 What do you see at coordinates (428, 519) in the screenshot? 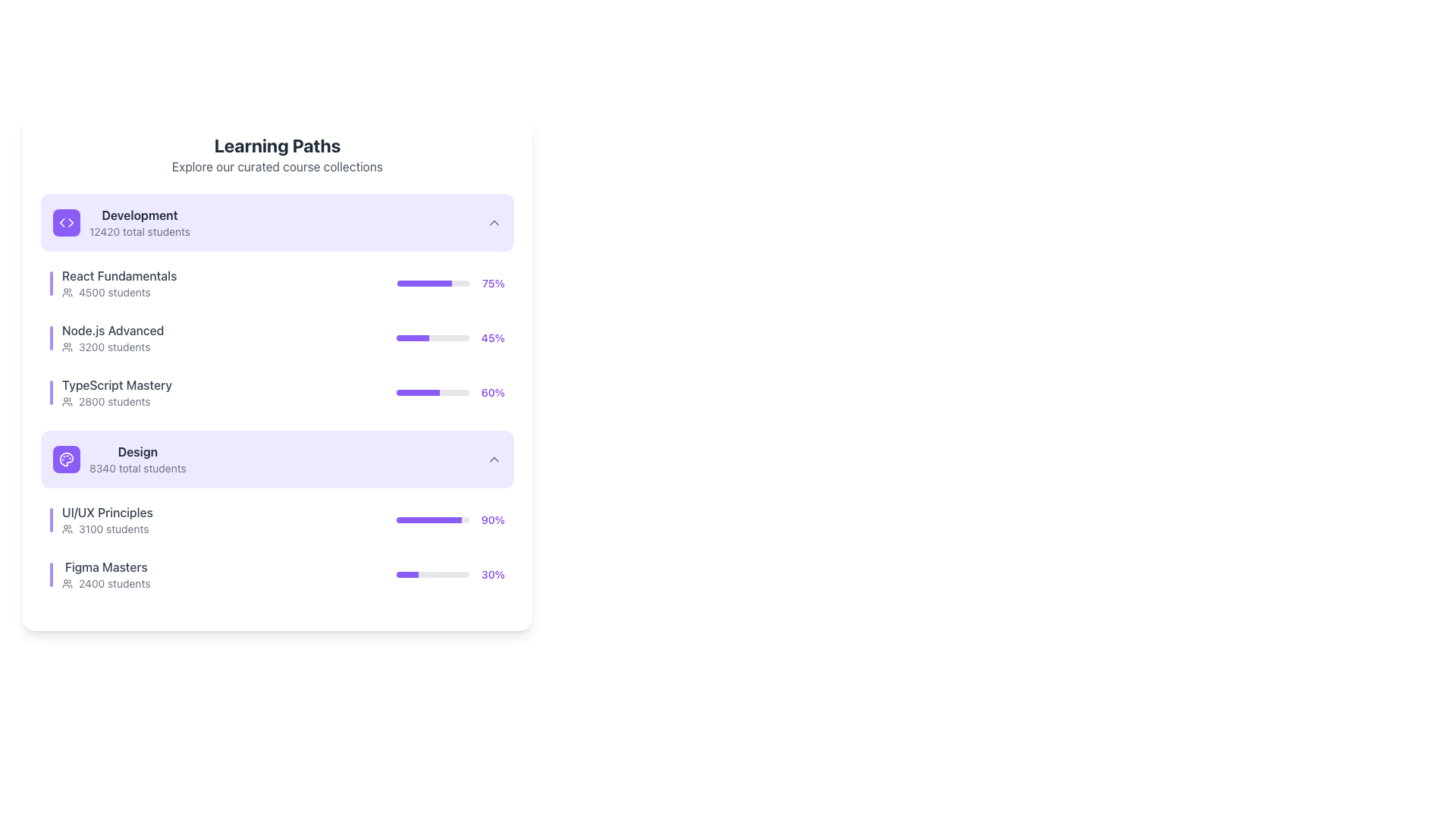
I see `the violet-colored progress bar segment that is filling approximately 90% of its containing bar, located below the 'UI/UX Principles' text in the 'Design' category` at bounding box center [428, 519].